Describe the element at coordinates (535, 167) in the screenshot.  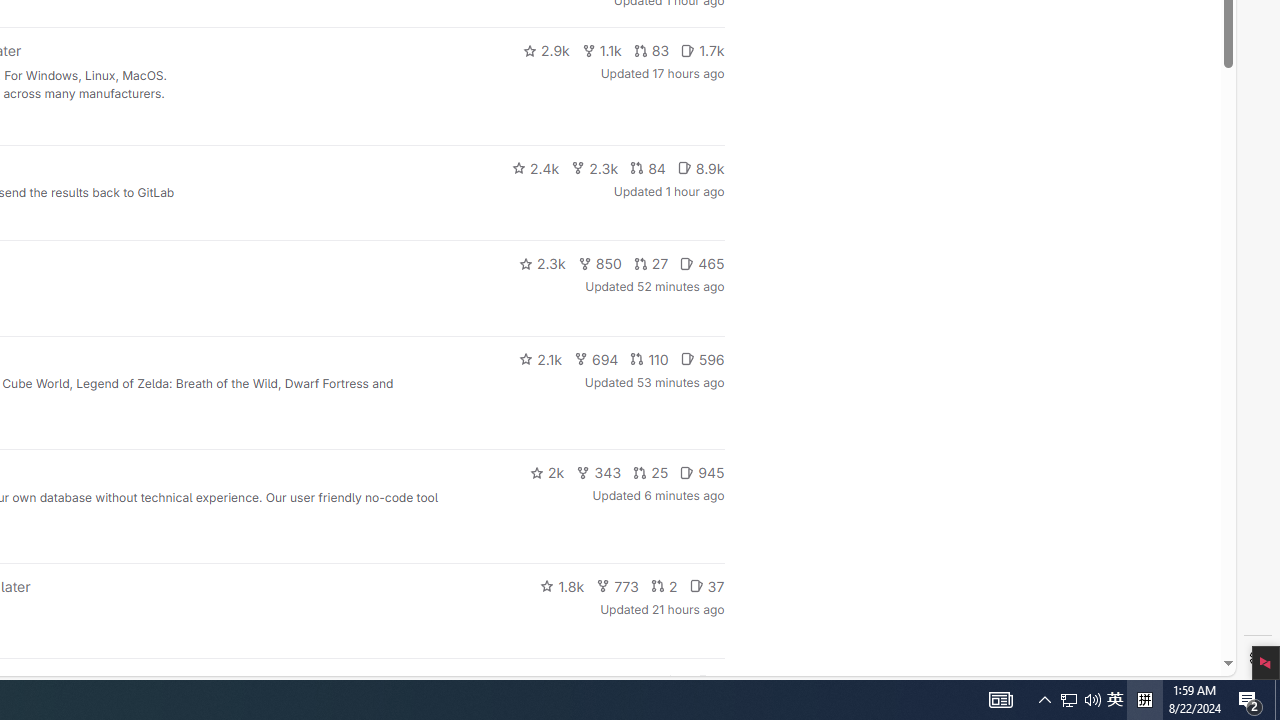
I see `'2.4k'` at that location.